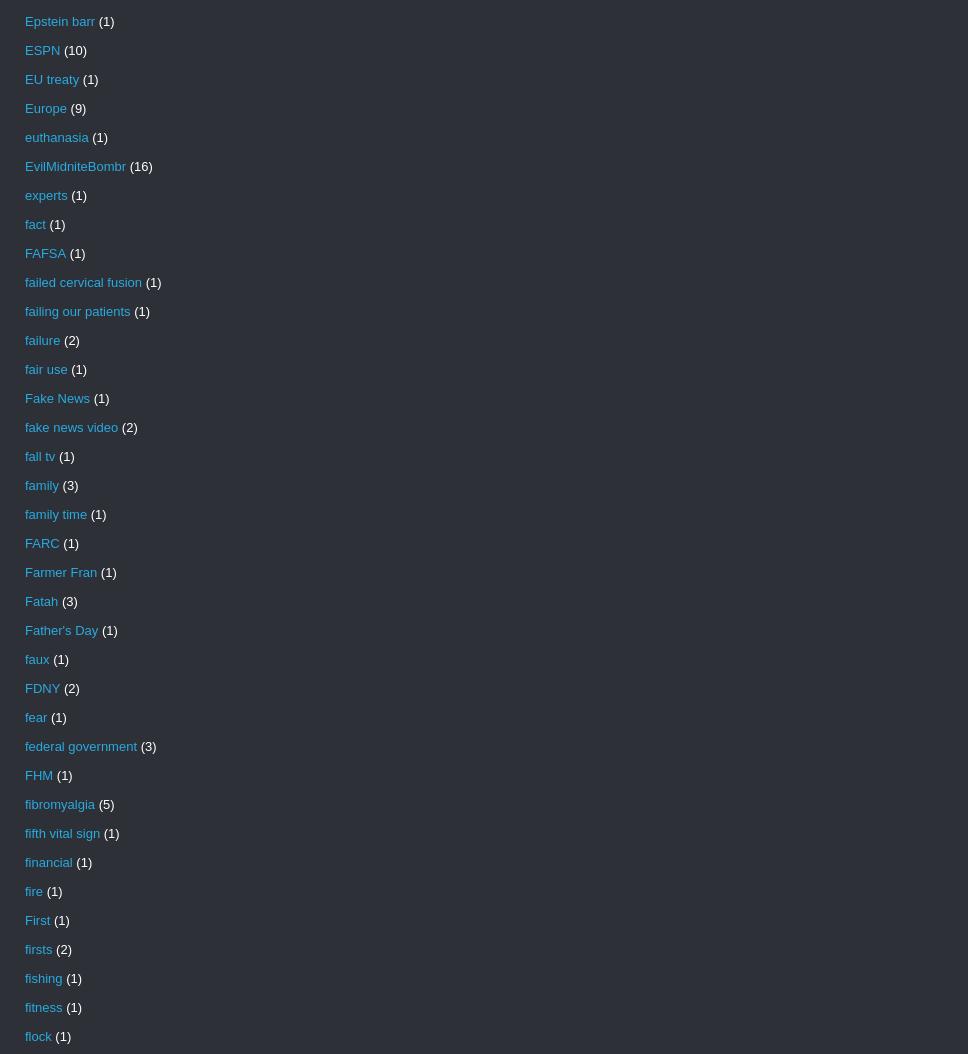  I want to click on 'fact', so click(35, 224).